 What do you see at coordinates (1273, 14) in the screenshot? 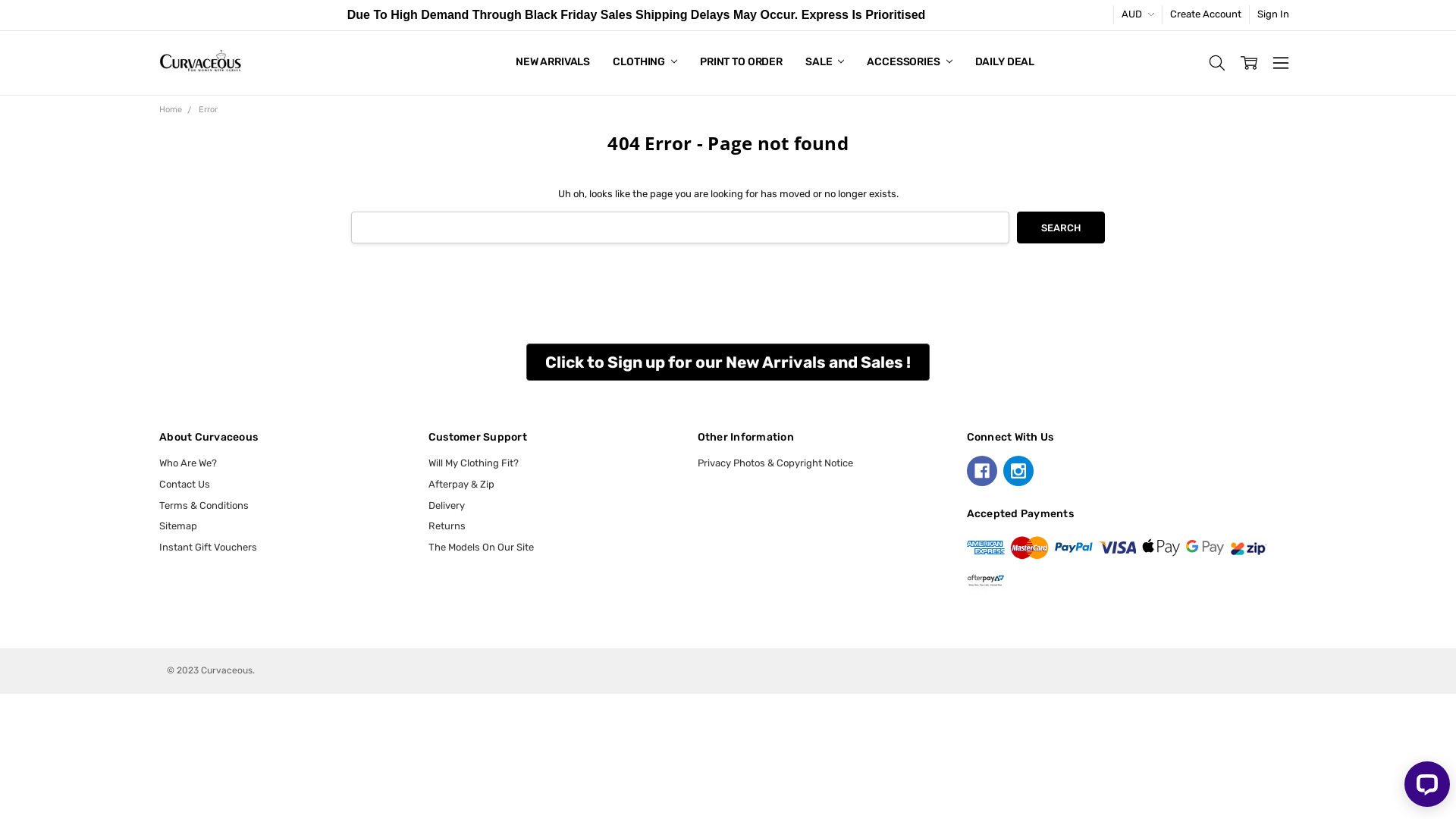
I see `'Sign In'` at bounding box center [1273, 14].